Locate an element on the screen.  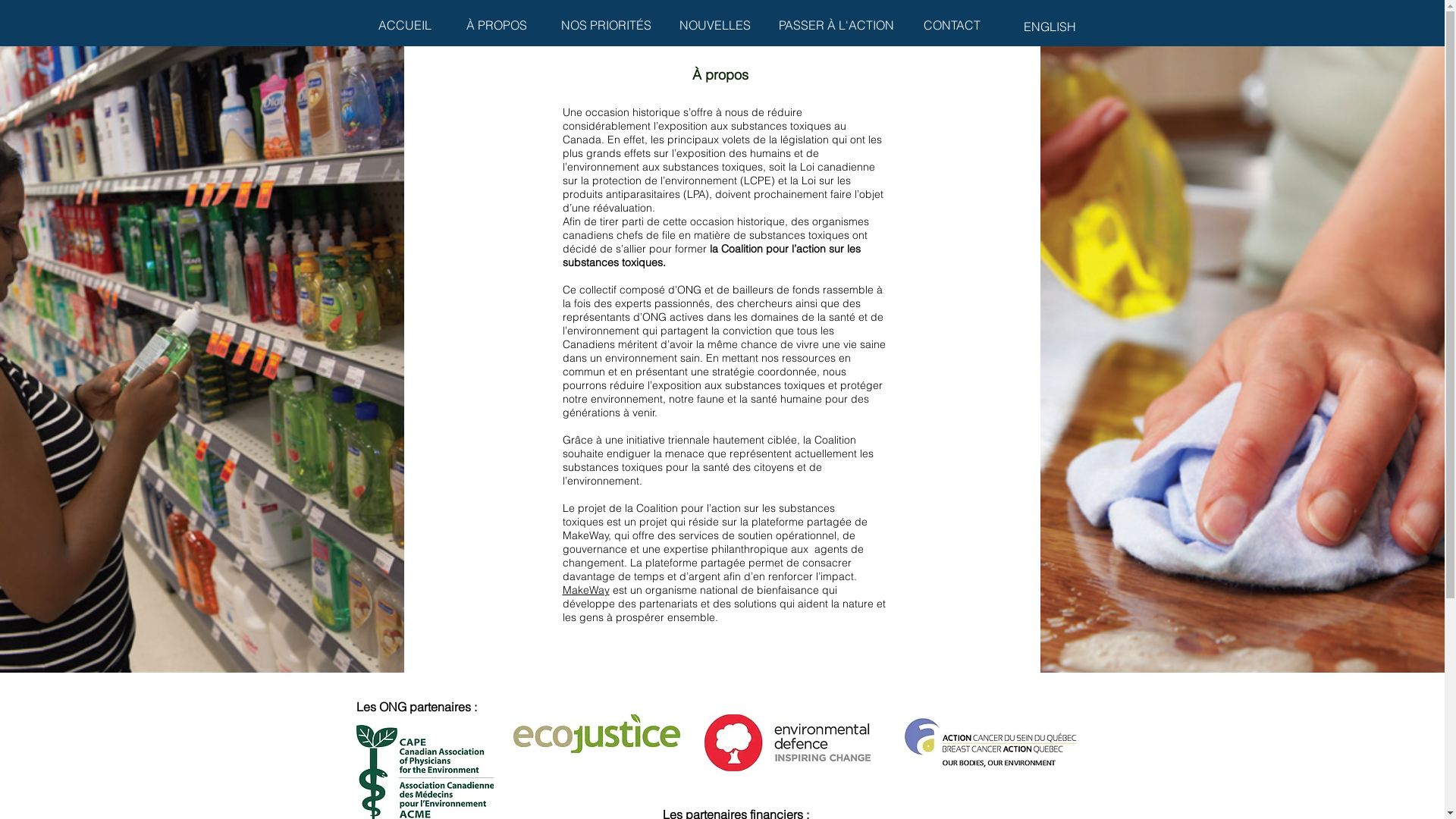
'ACCUEIL' is located at coordinates (405, 25).